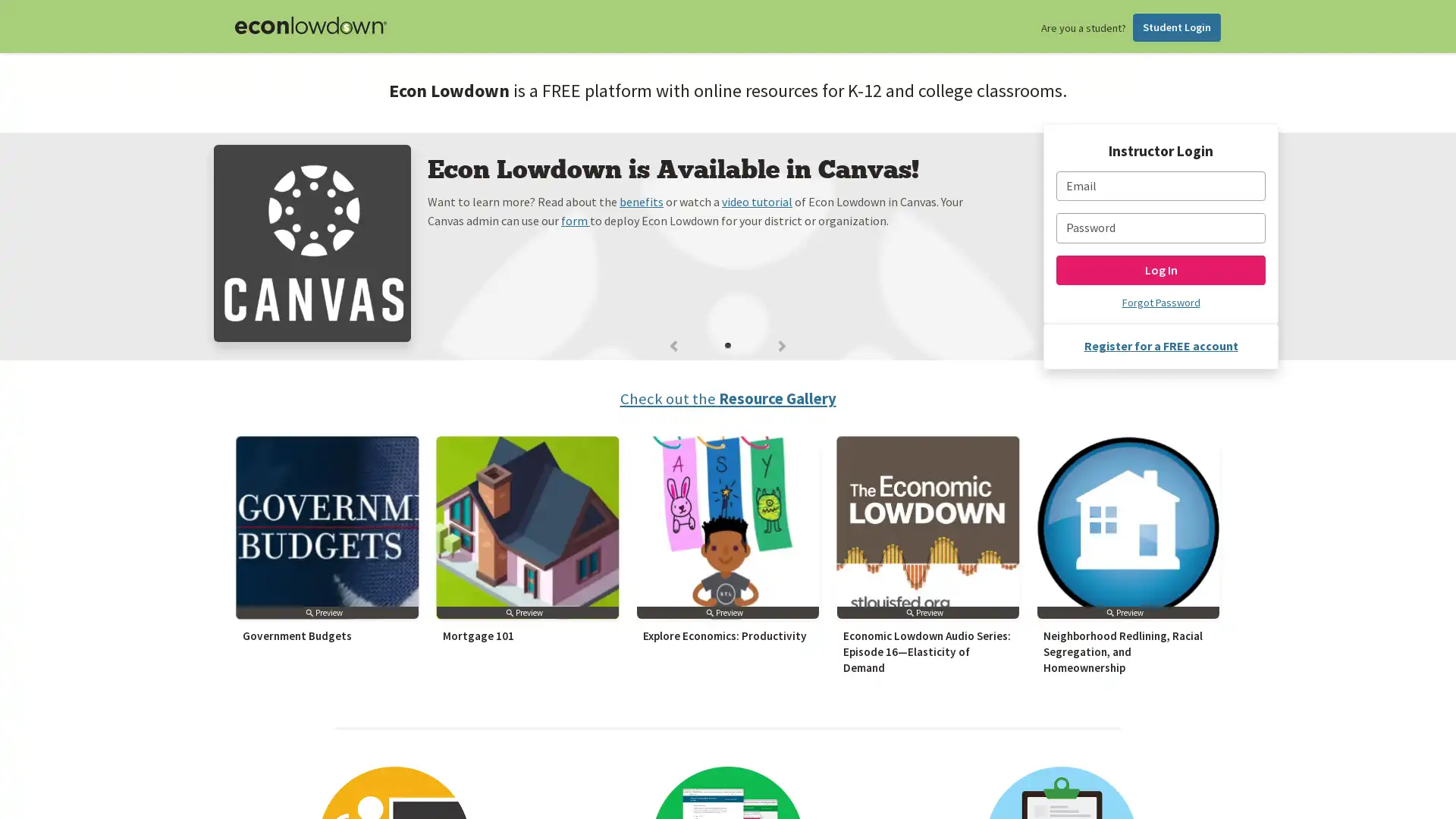 The width and height of the screenshot is (1456, 819). I want to click on Previous, so click(673, 345).